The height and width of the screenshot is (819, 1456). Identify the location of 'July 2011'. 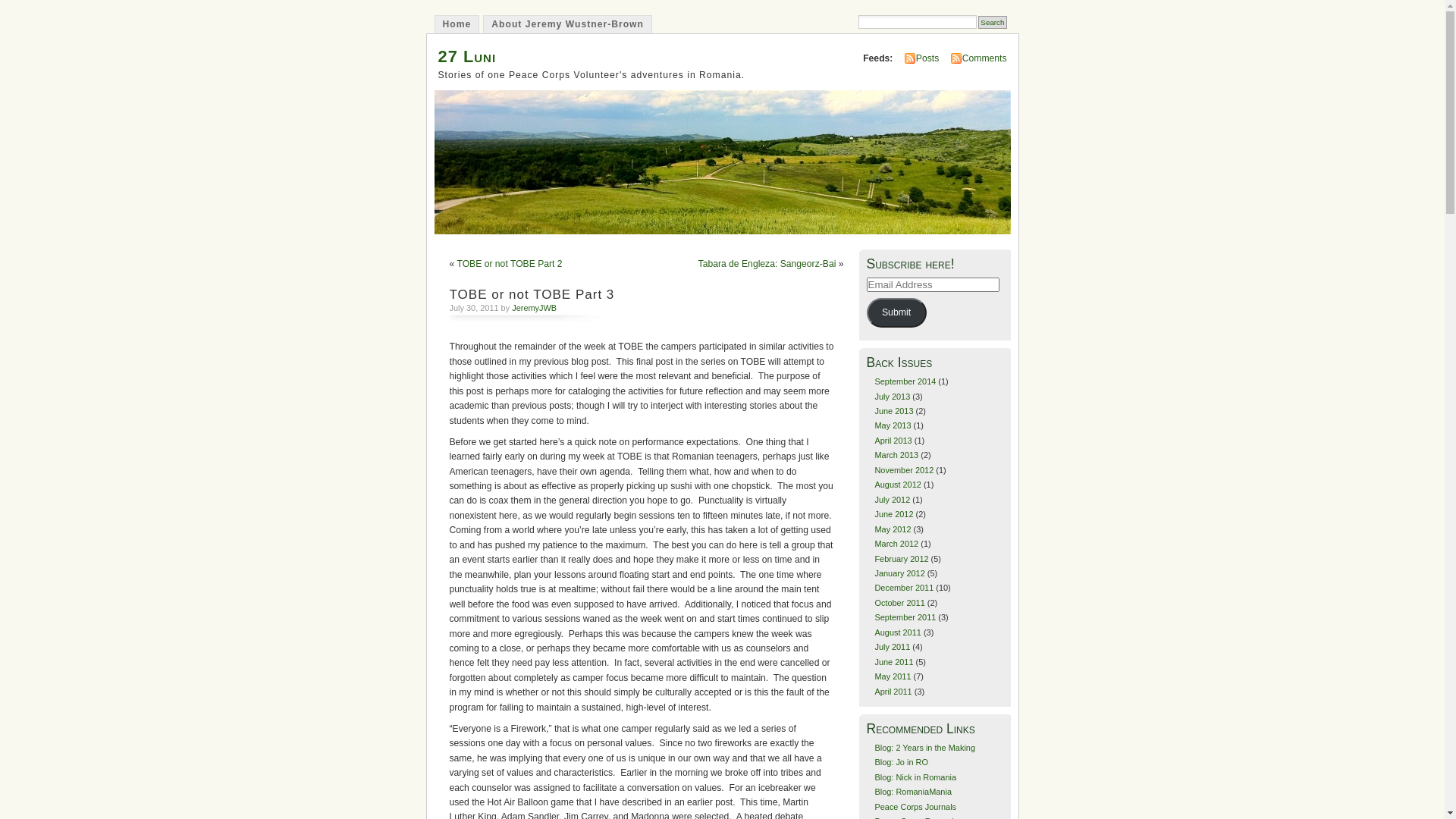
(874, 646).